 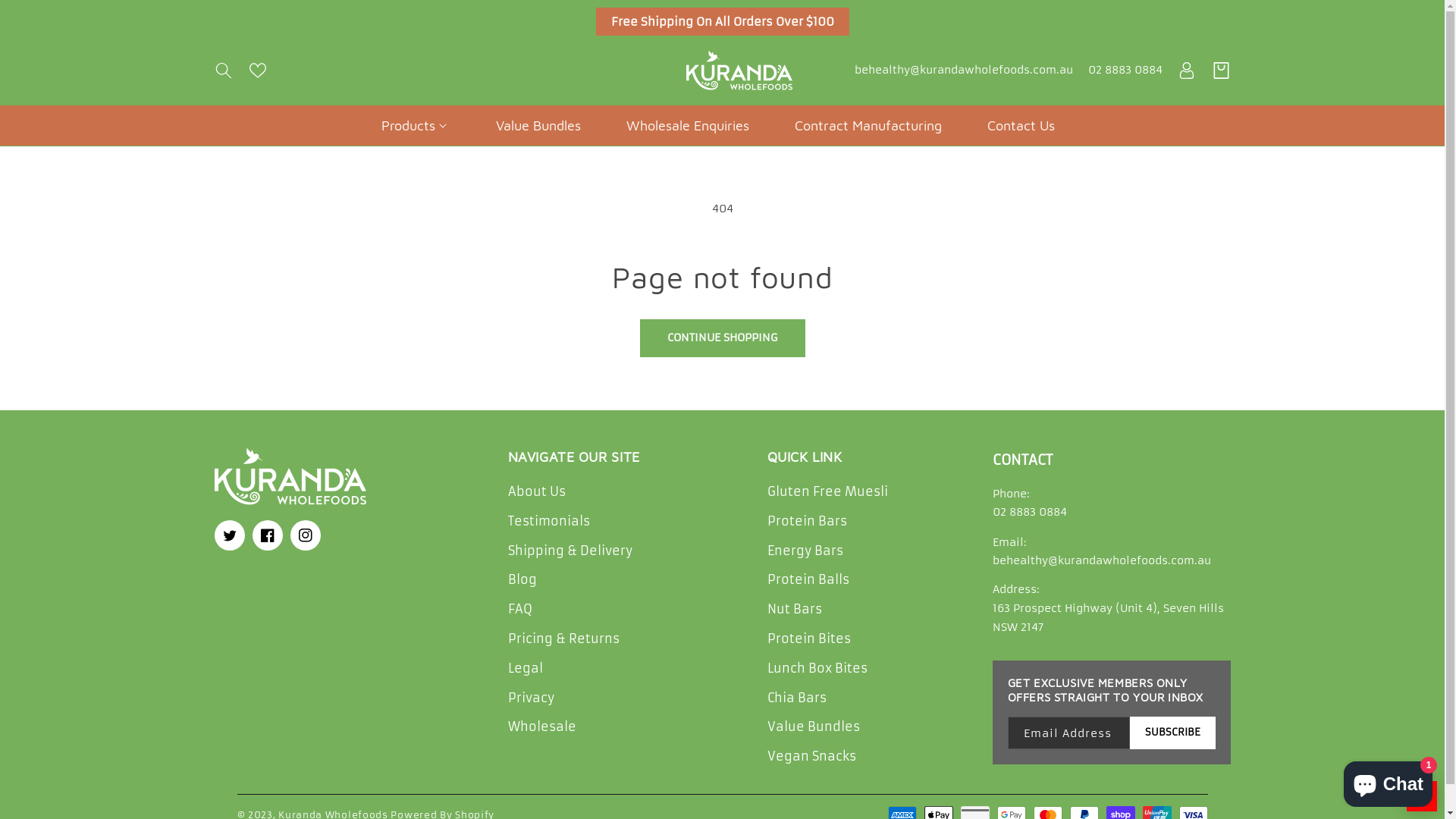 What do you see at coordinates (304, 534) in the screenshot?
I see `'Instagram'` at bounding box center [304, 534].